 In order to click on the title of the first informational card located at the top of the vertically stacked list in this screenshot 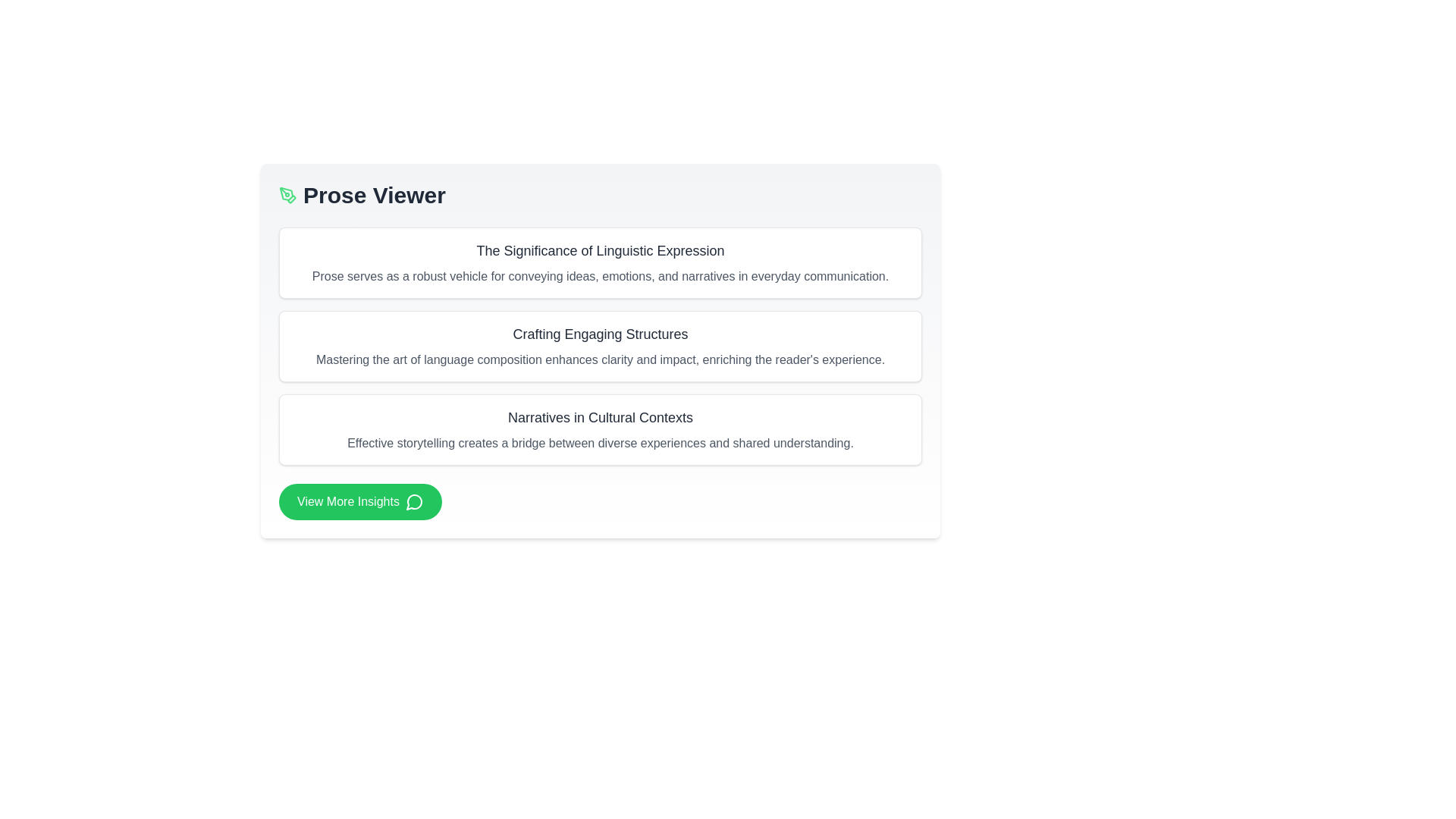, I will do `click(600, 262)`.